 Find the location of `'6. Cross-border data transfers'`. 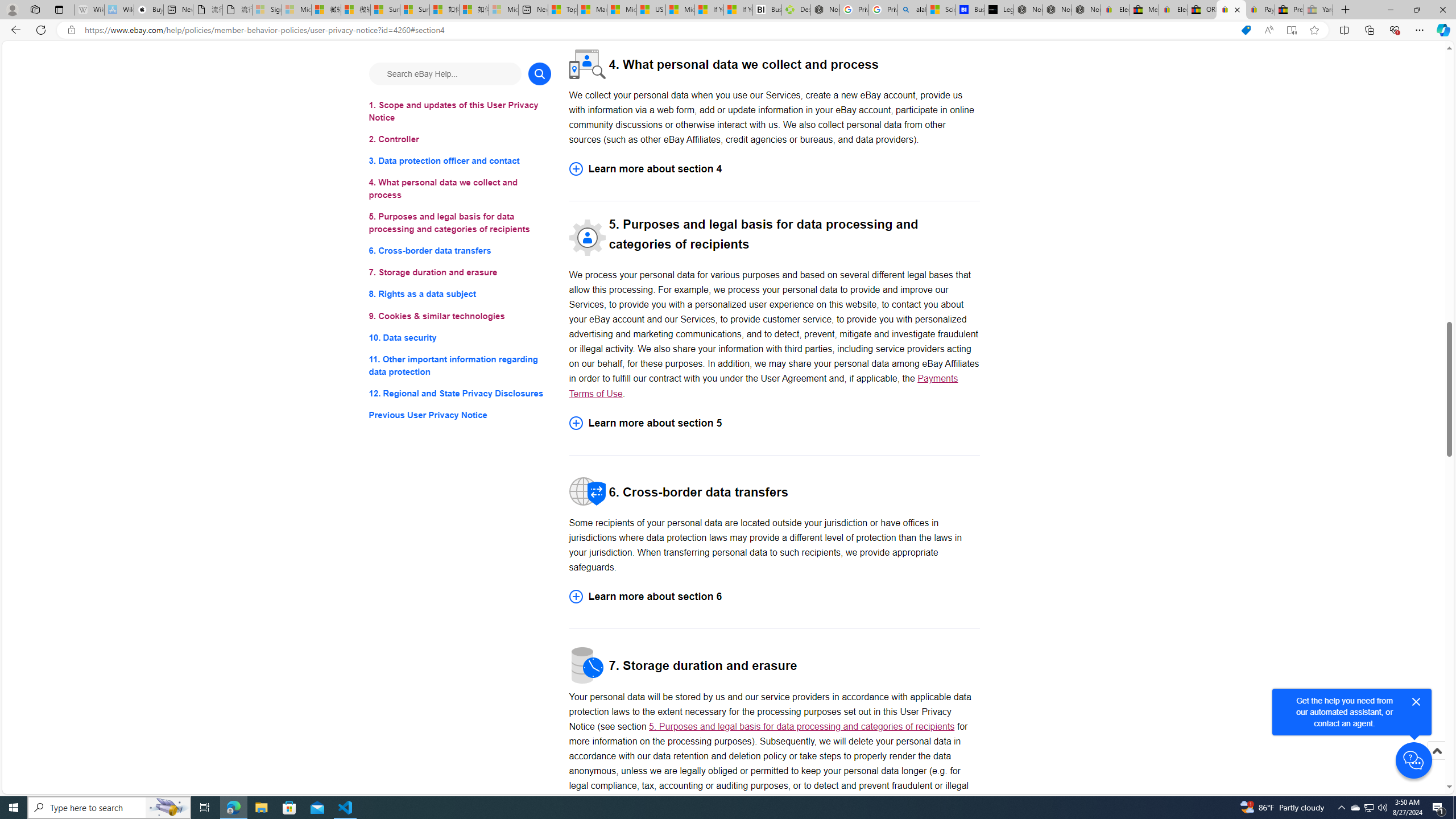

'6. Cross-border data transfers' is located at coordinates (459, 251).